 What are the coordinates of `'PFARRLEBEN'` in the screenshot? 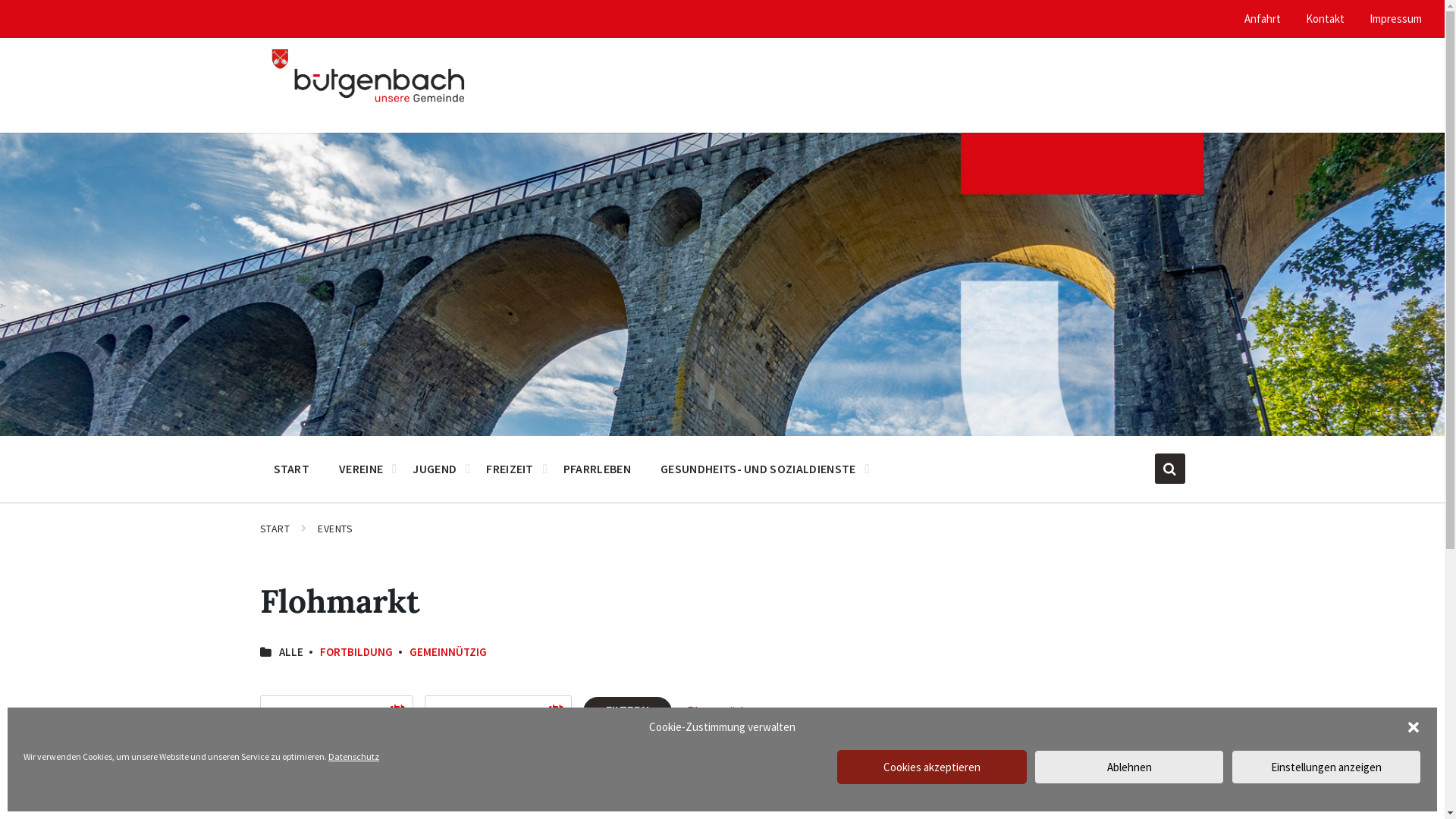 It's located at (596, 467).